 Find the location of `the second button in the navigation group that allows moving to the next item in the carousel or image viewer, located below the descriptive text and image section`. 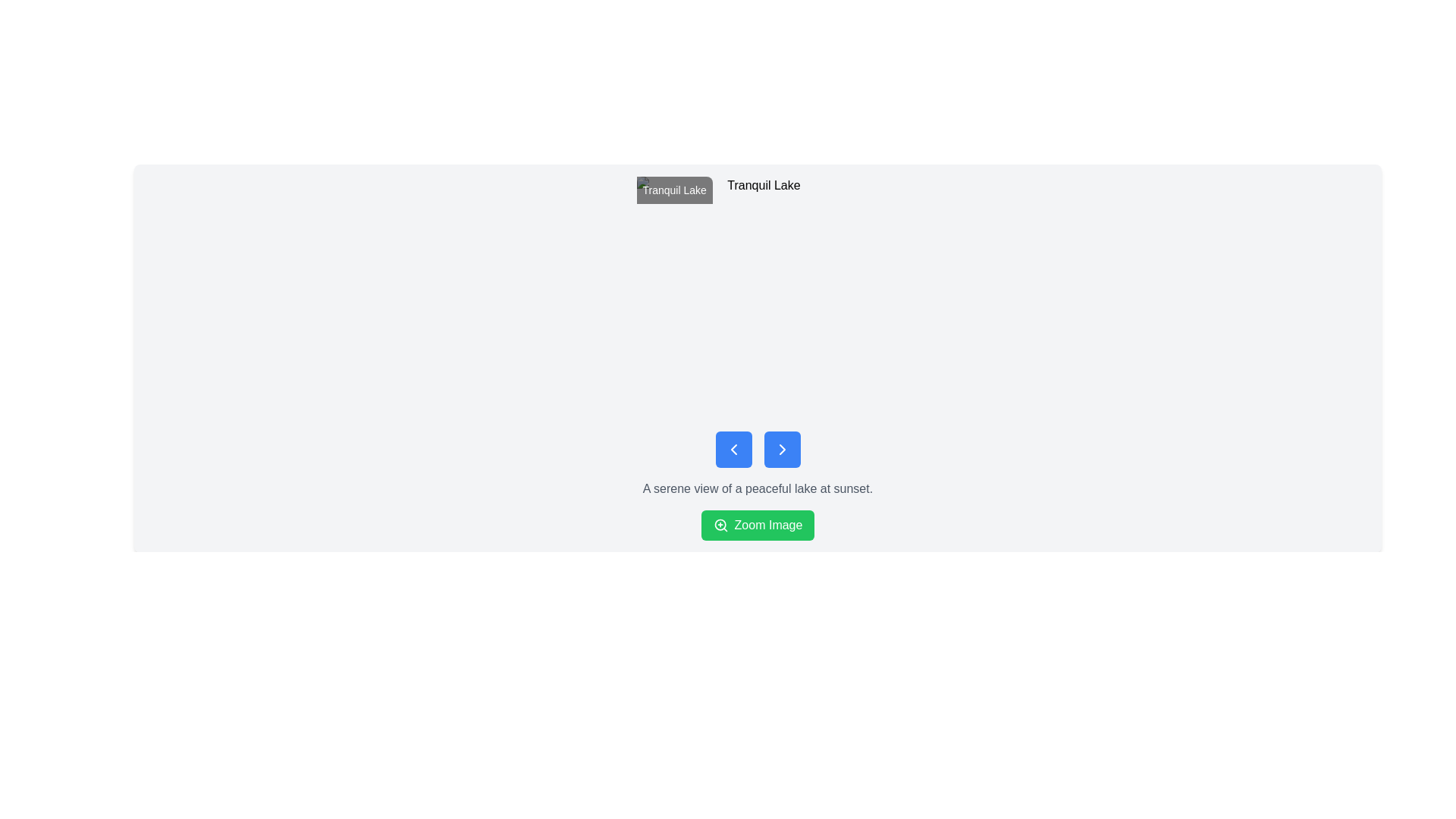

the second button in the navigation group that allows moving to the next item in the carousel or image viewer, located below the descriptive text and image section is located at coordinates (782, 449).